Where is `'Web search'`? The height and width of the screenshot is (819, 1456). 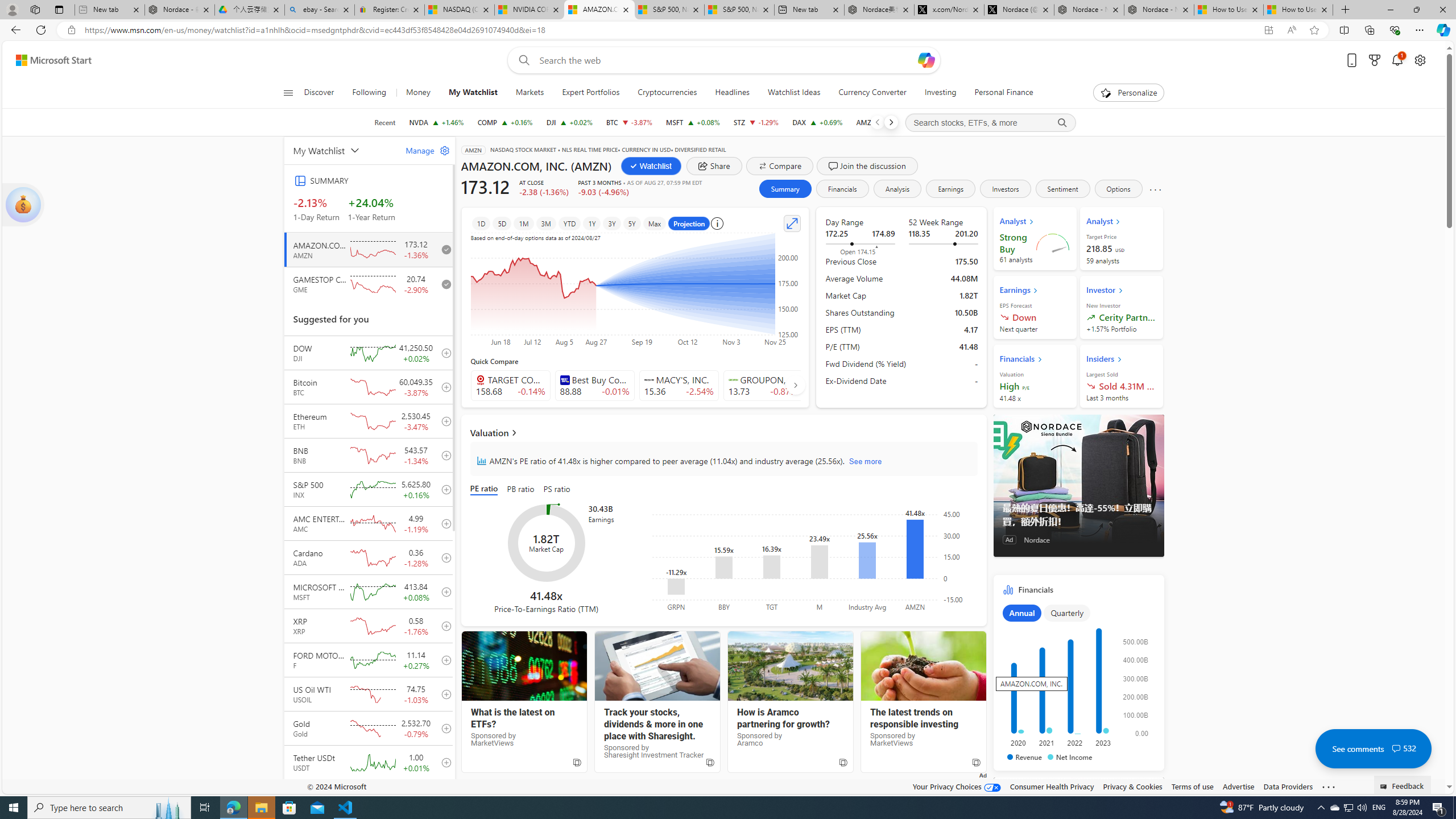
'Web search' is located at coordinates (521, 60).